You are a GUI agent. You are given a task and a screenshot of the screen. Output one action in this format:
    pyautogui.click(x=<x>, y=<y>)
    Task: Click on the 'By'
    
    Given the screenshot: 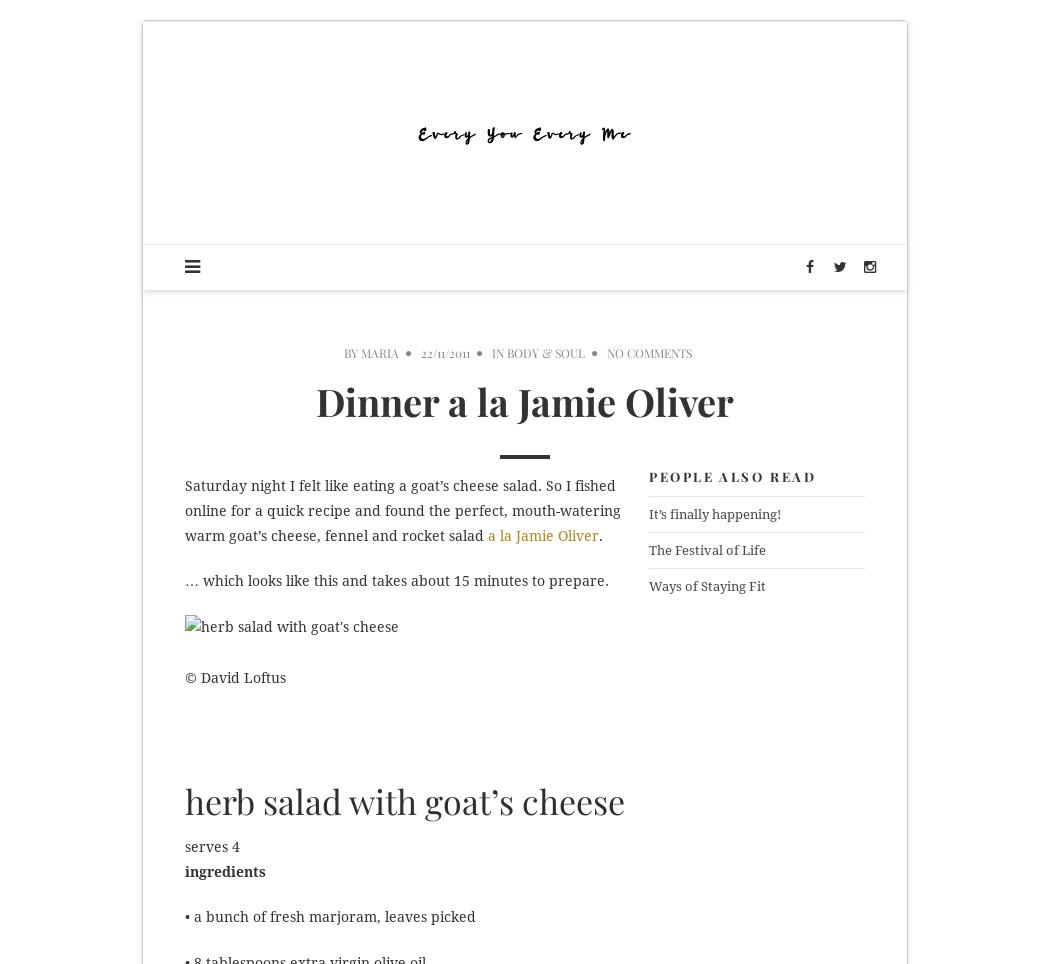 What is the action you would take?
    pyautogui.click(x=351, y=352)
    